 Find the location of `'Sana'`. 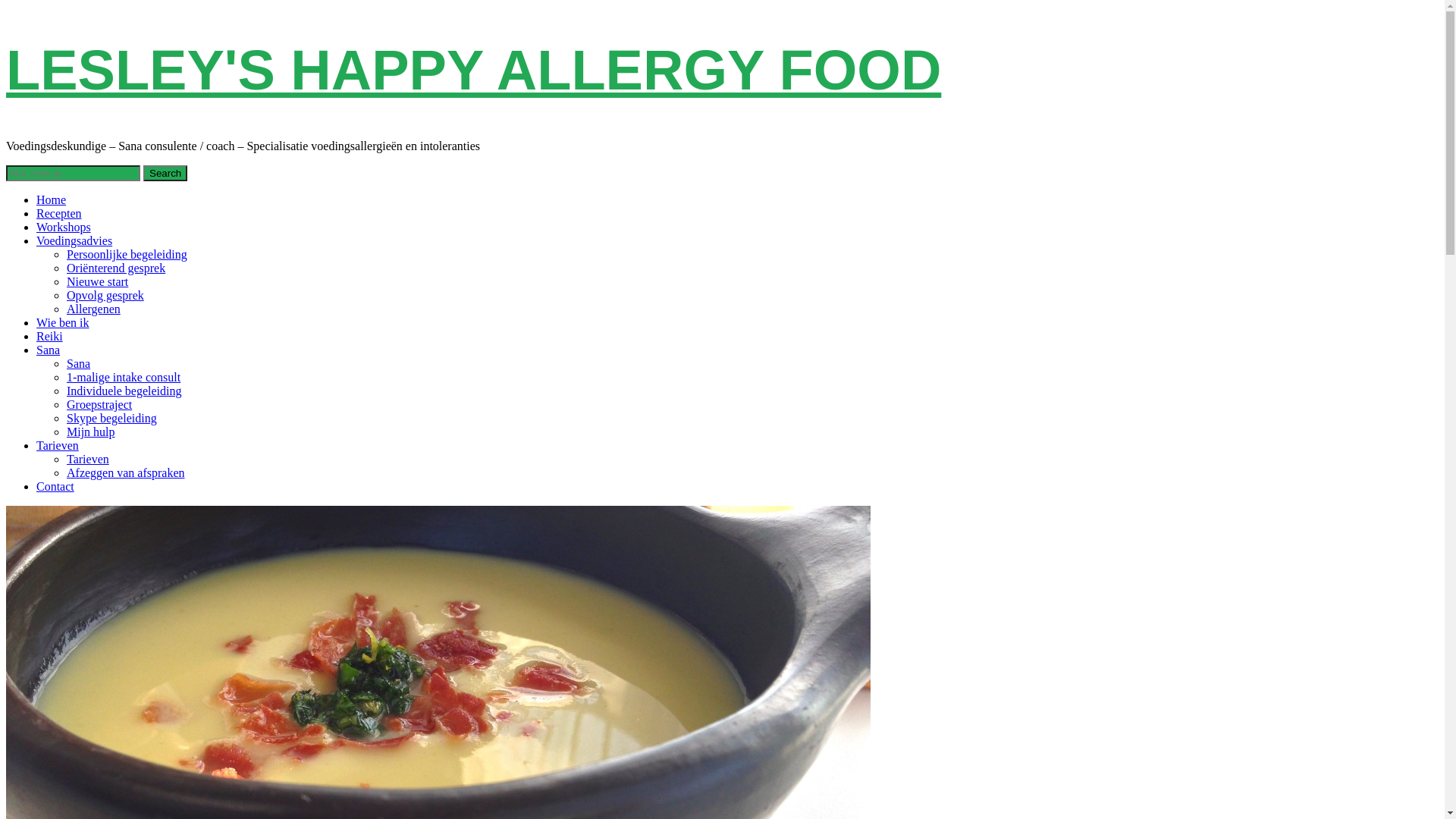

'Sana' is located at coordinates (77, 363).